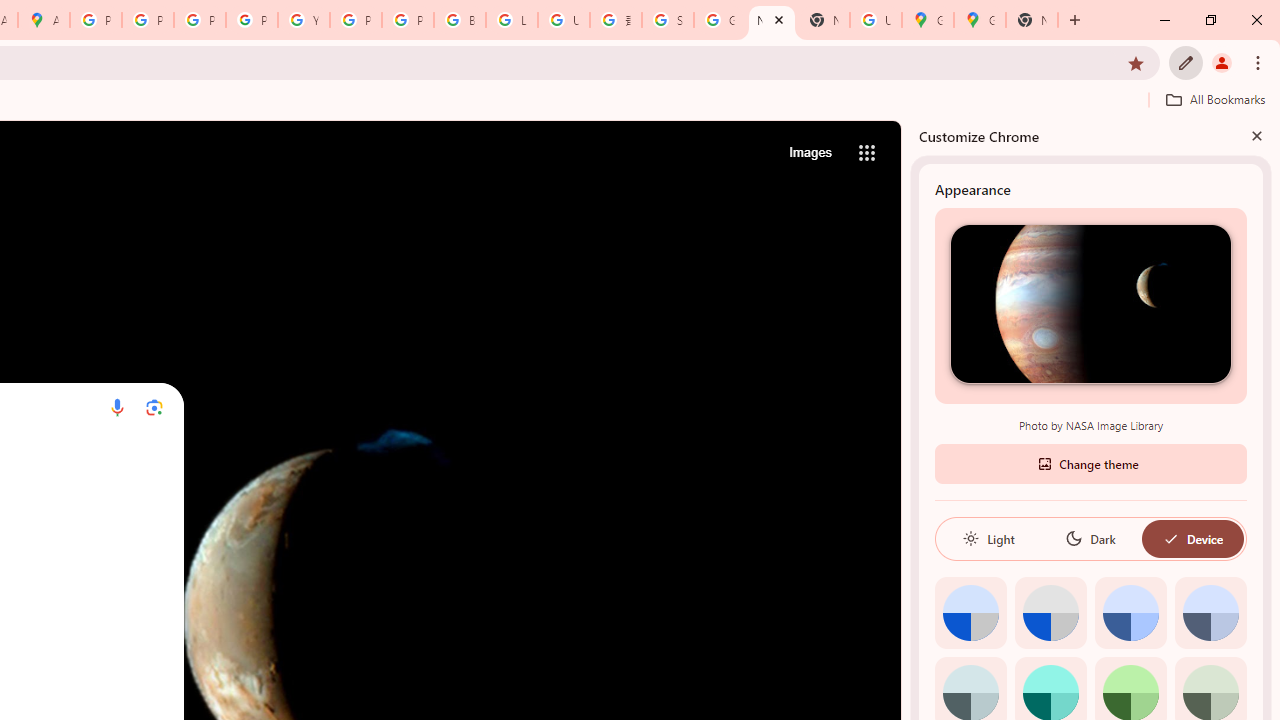 The image size is (1280, 720). I want to click on 'Browse Chrome as a guest - Computer - Google Chrome Help', so click(459, 20).